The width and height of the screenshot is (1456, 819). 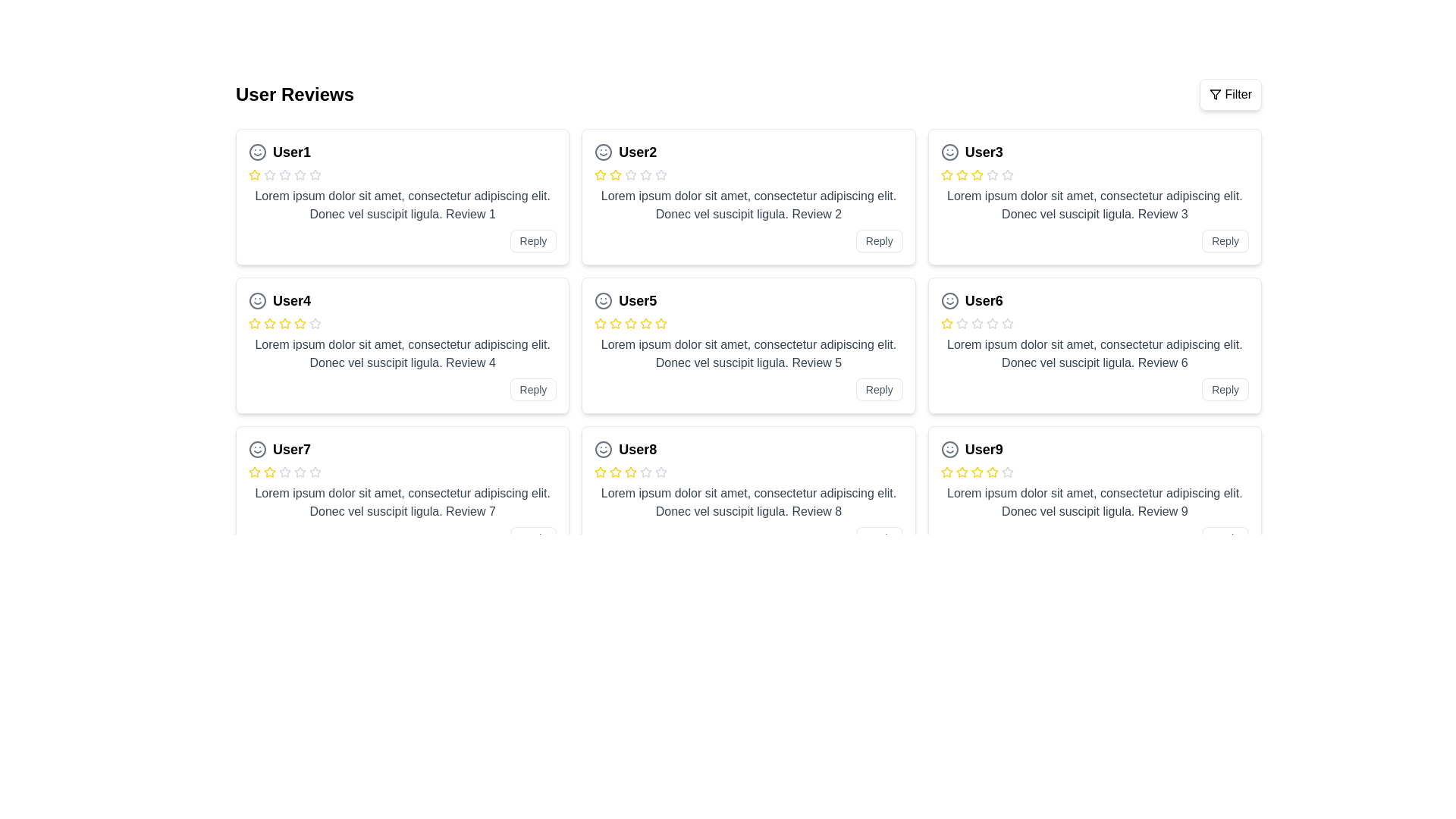 I want to click on the fourth yellow star icon in the rating indicator for 'User3' within the review card, so click(x=977, y=174).